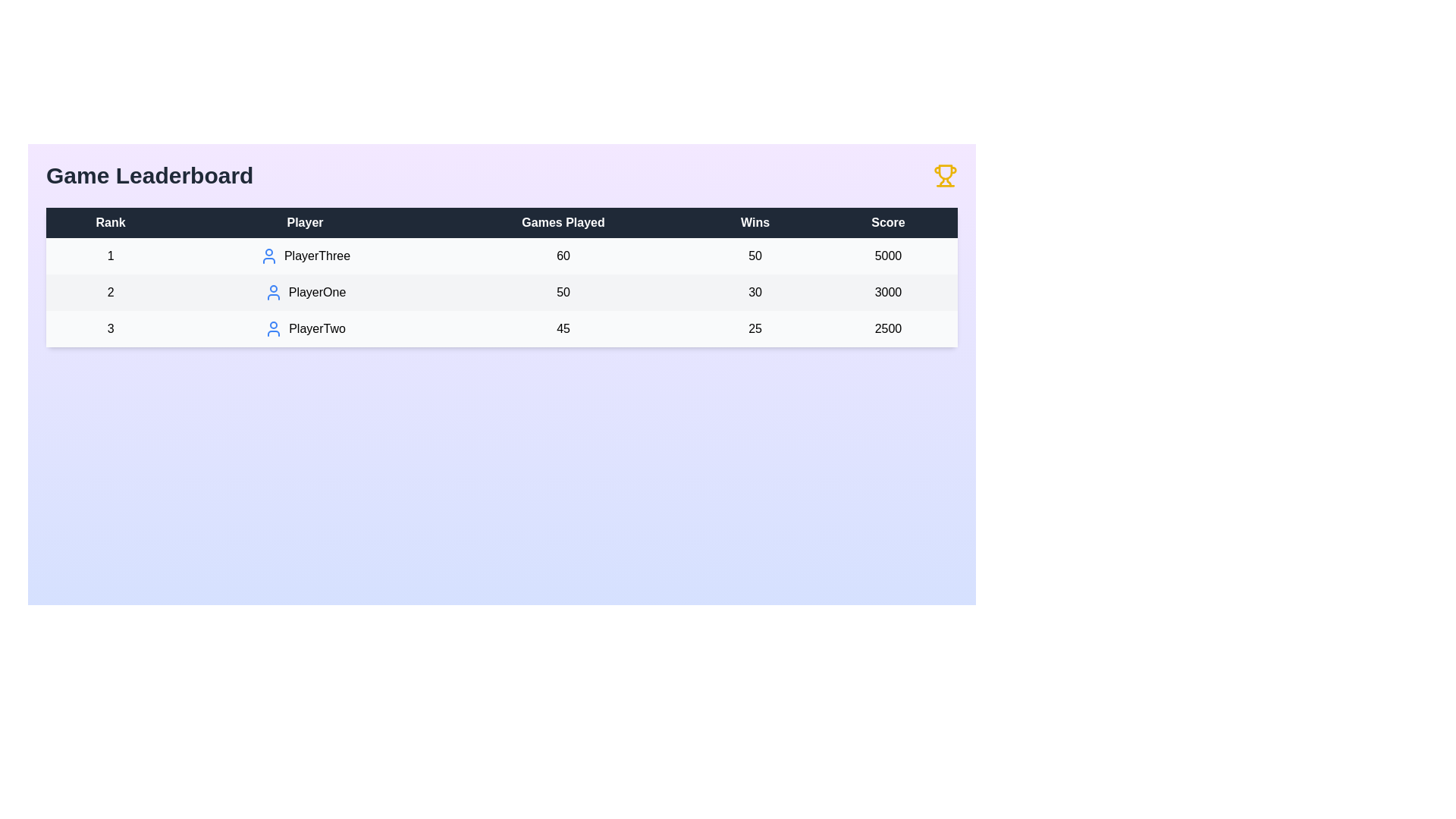  What do you see at coordinates (502, 256) in the screenshot?
I see `the first row of the leaderboard table displaying player details` at bounding box center [502, 256].